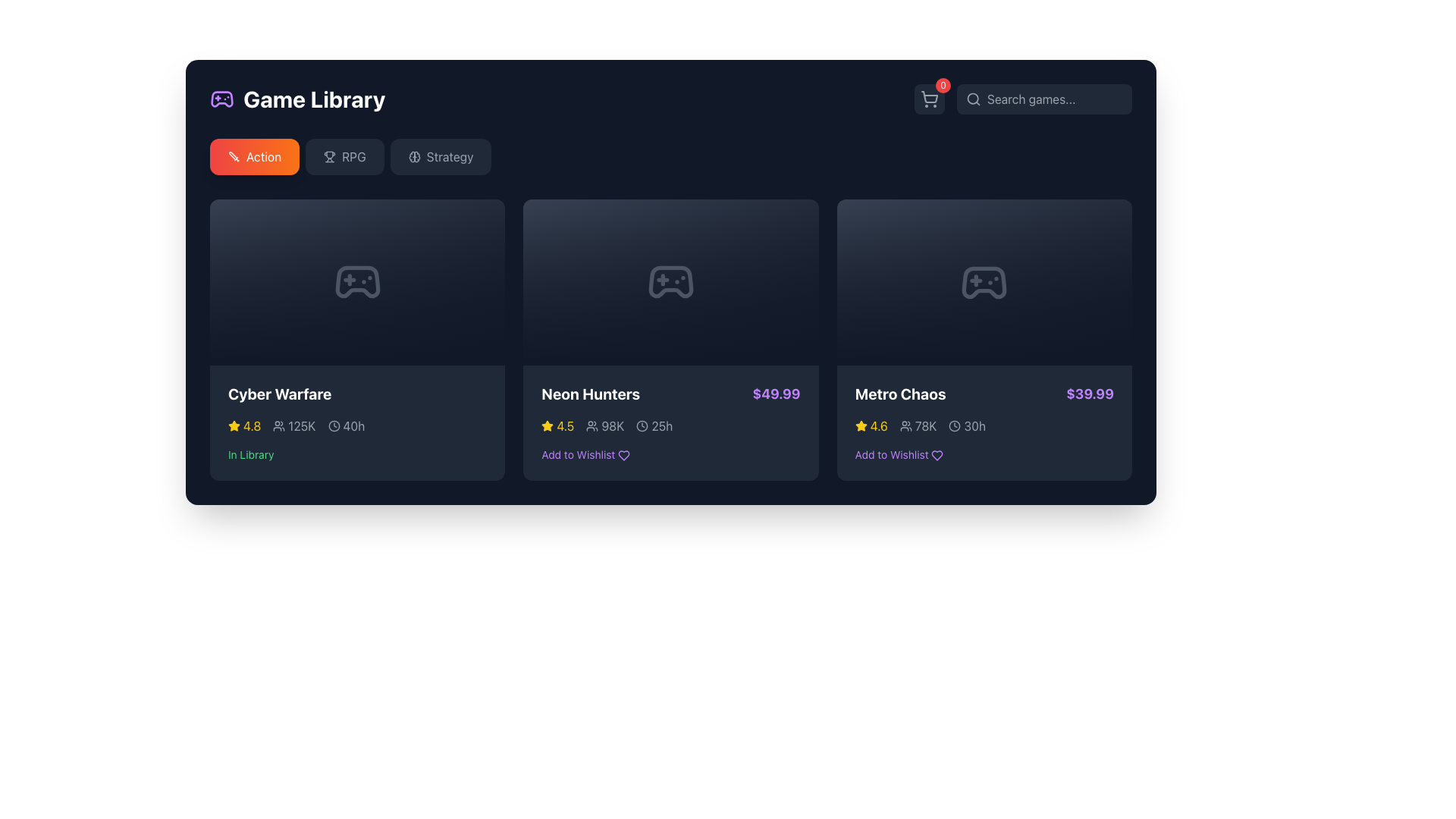  I want to click on the 'Action' button text, which is styled in white on an orange-red gradient background, located within the first button of the horizontal category buttons below the 'Game Library' title, so click(264, 157).